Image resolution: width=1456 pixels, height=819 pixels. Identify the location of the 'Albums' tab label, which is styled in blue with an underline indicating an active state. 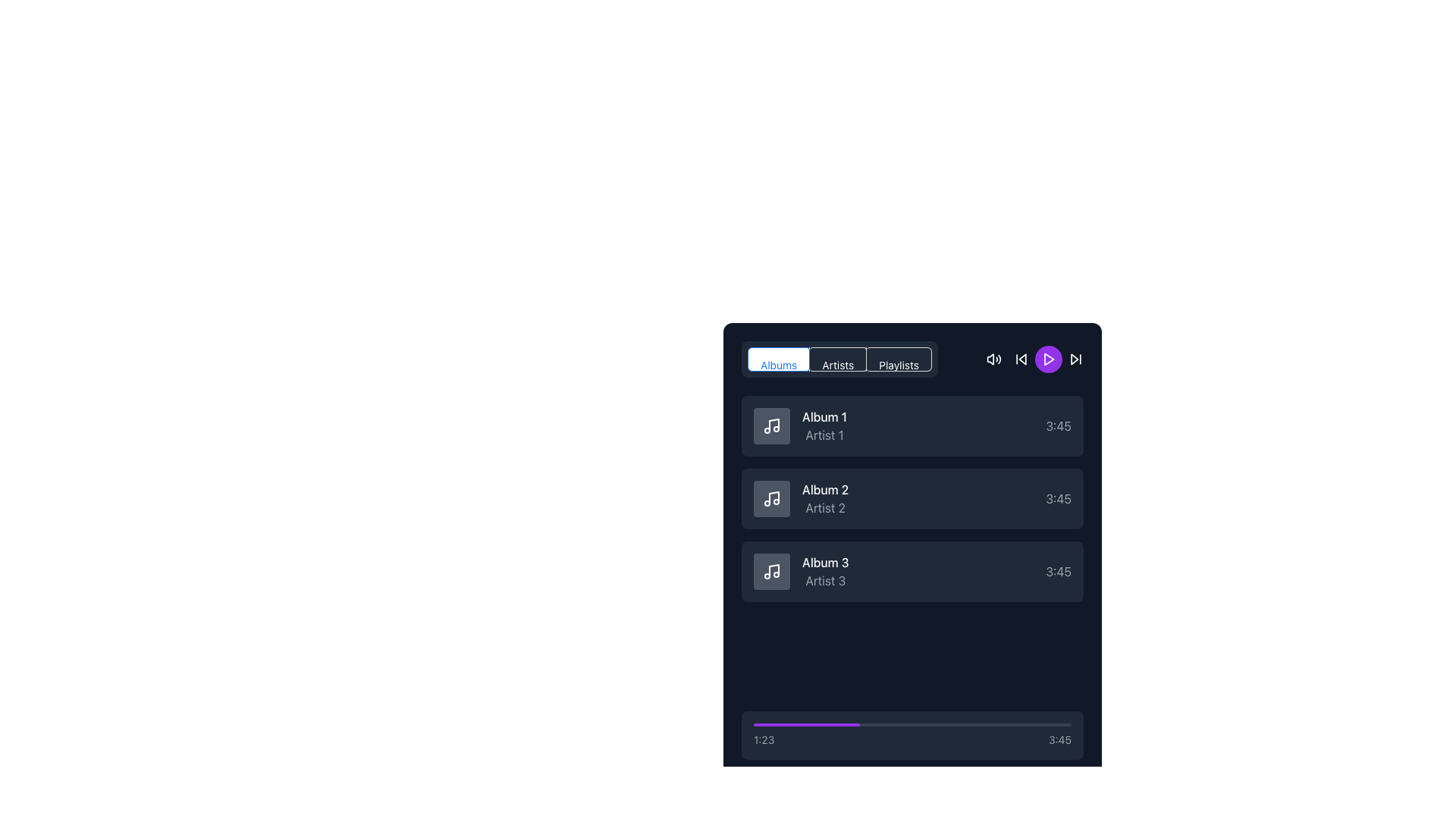
(779, 365).